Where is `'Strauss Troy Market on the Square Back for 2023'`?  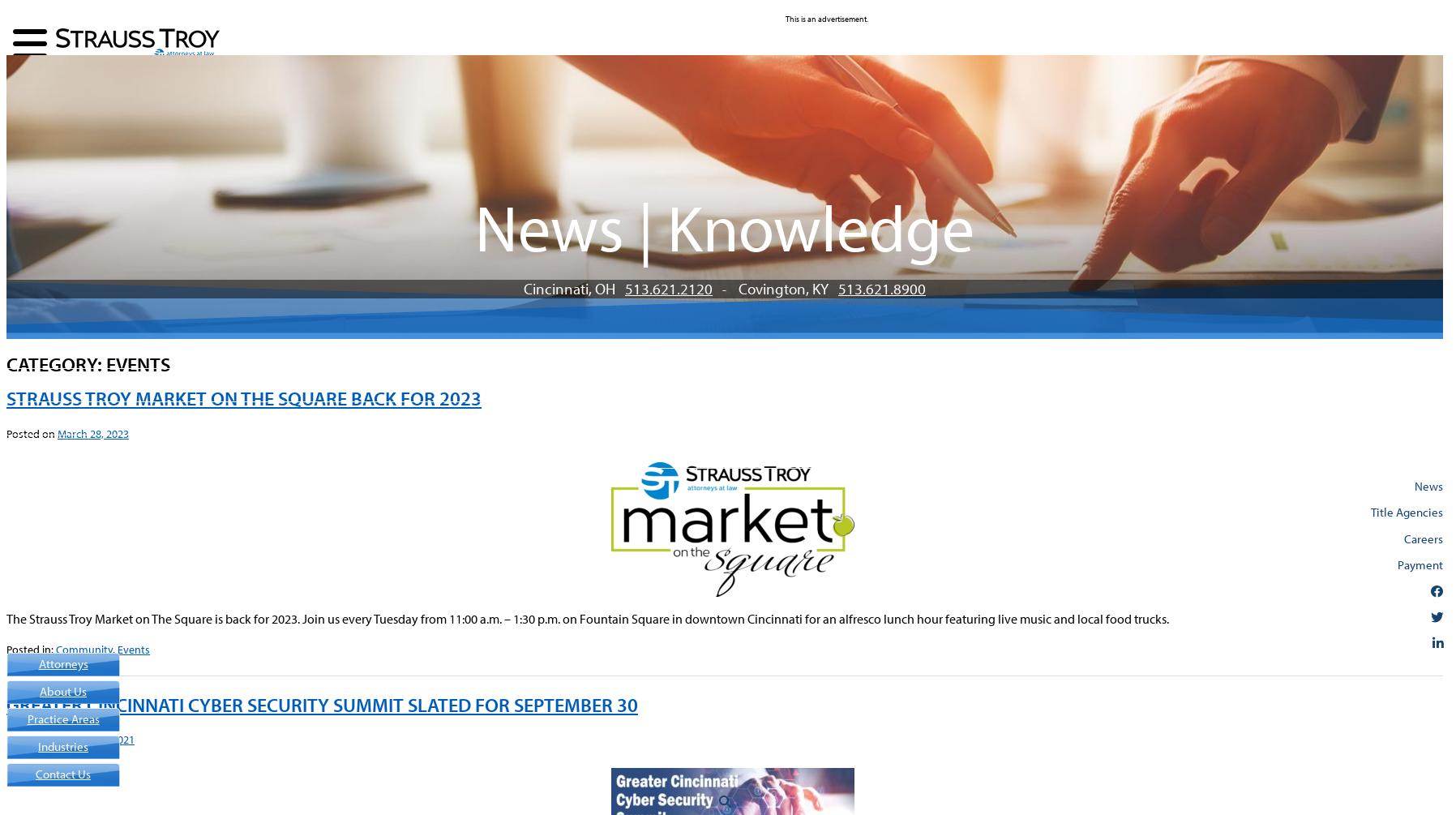
'Strauss Troy Market on the Square Back for 2023' is located at coordinates (244, 398).